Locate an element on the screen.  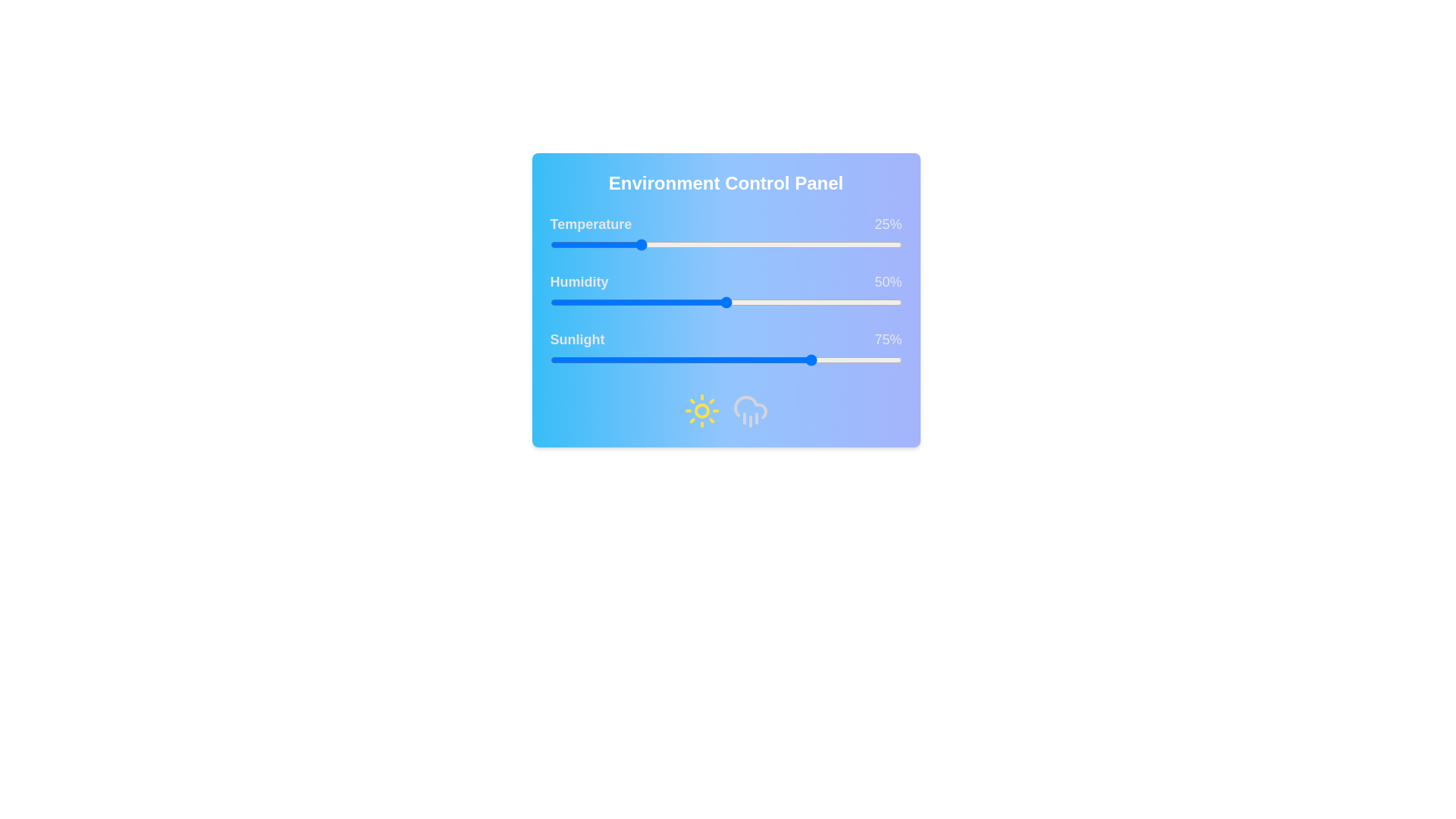
the Humidity slider to set its value to 71 is located at coordinates (799, 302).